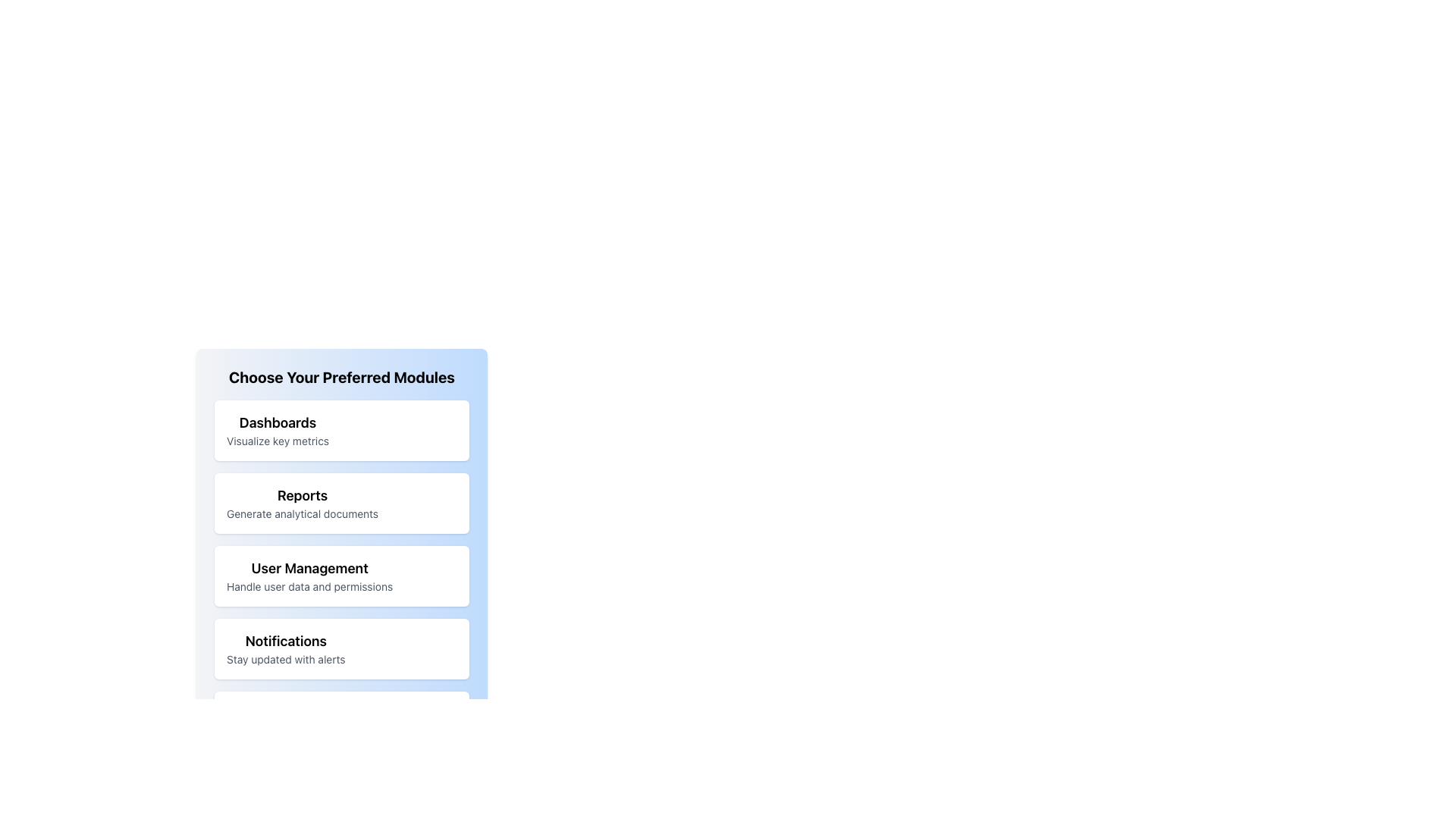 The height and width of the screenshot is (819, 1456). Describe the element at coordinates (302, 503) in the screenshot. I see `the interactive list item labeled 'Reports'` at that location.